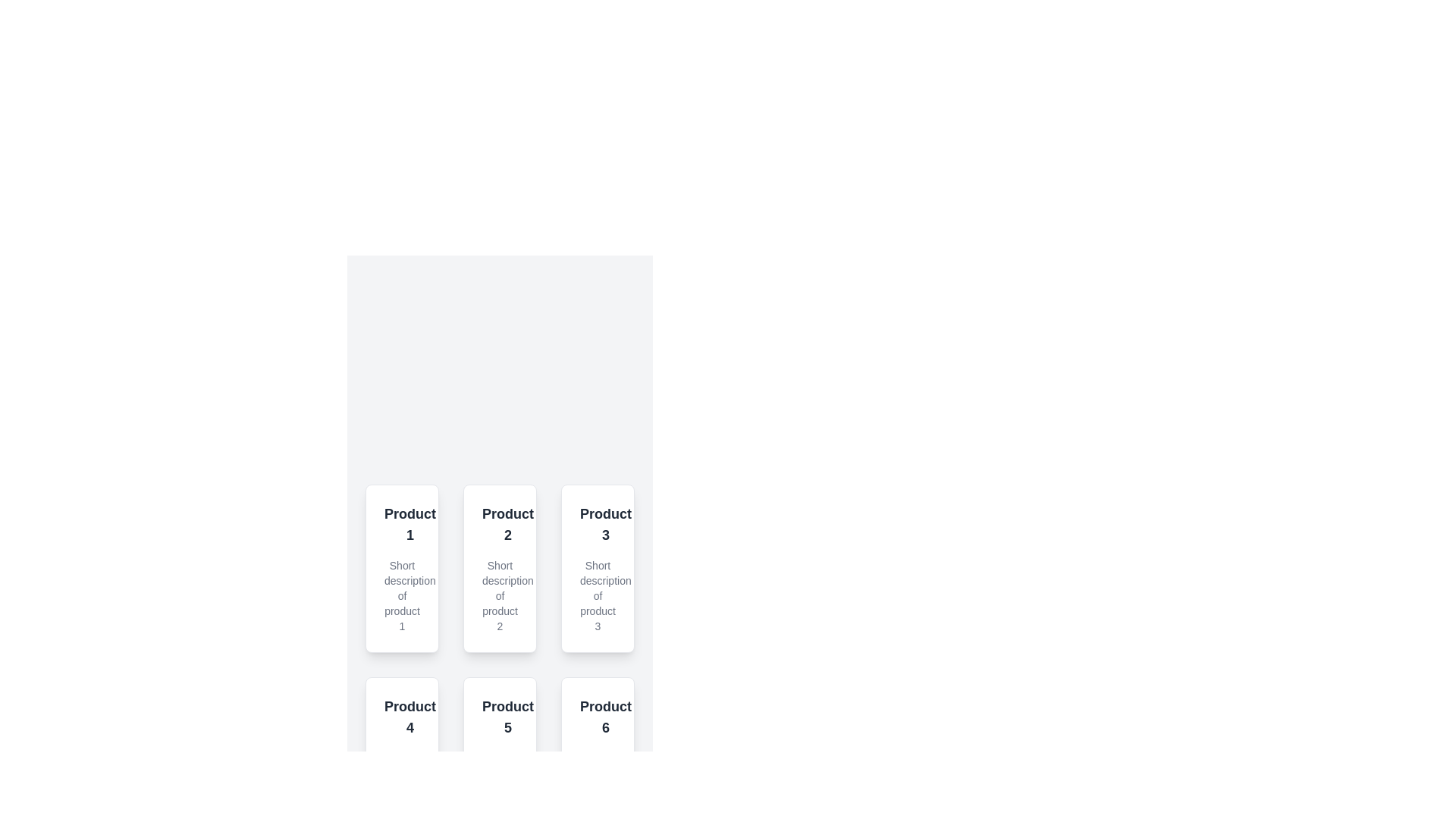 The image size is (1456, 819). I want to click on the styling of the Text label displaying 'Product 5', which is positioned at the top of the second product card in the grid layout, so click(500, 717).